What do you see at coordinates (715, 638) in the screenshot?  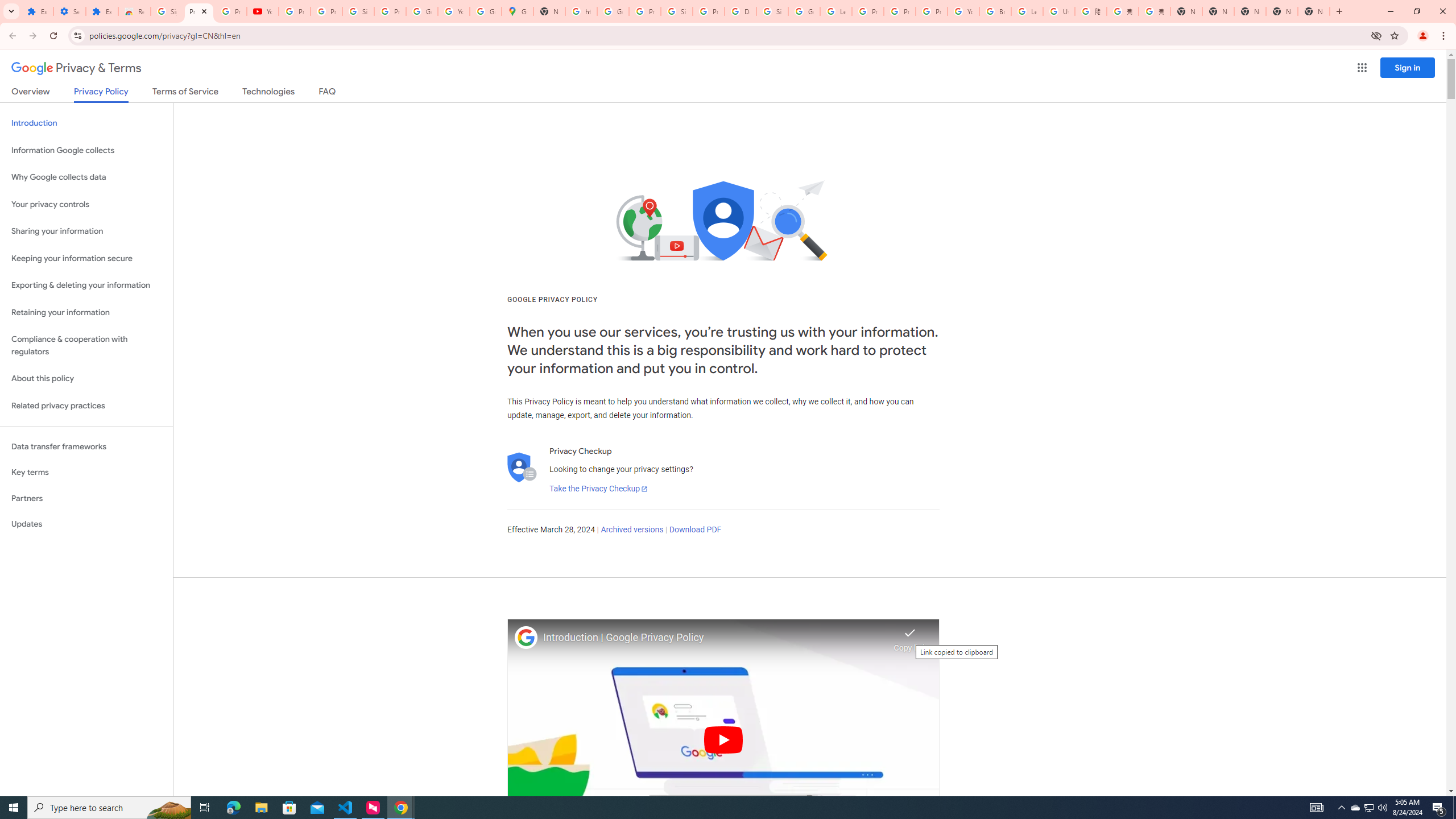 I see `'Introduction | Google Privacy Policy'` at bounding box center [715, 638].